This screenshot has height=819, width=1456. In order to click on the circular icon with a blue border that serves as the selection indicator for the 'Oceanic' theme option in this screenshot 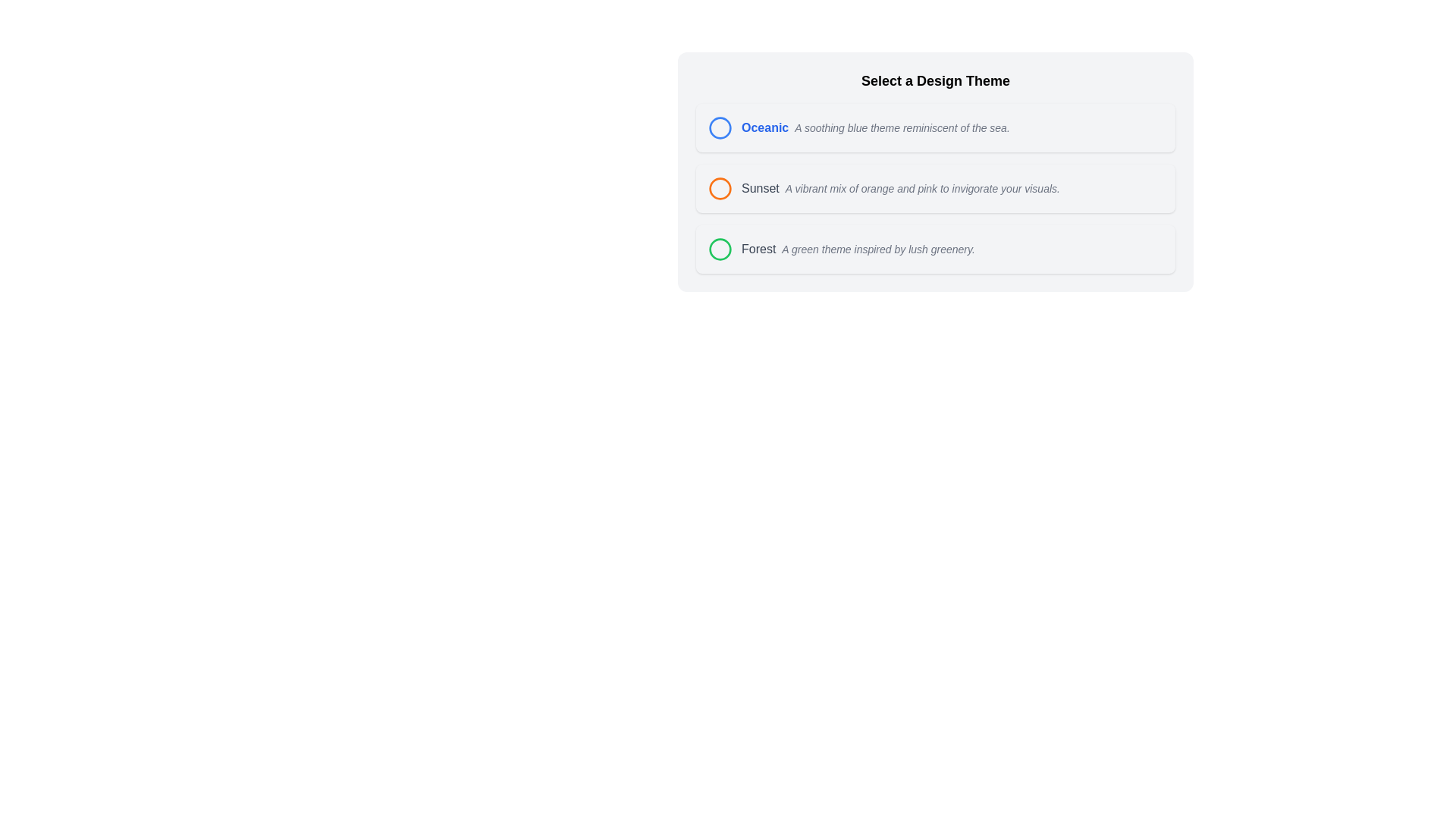, I will do `click(720, 127)`.